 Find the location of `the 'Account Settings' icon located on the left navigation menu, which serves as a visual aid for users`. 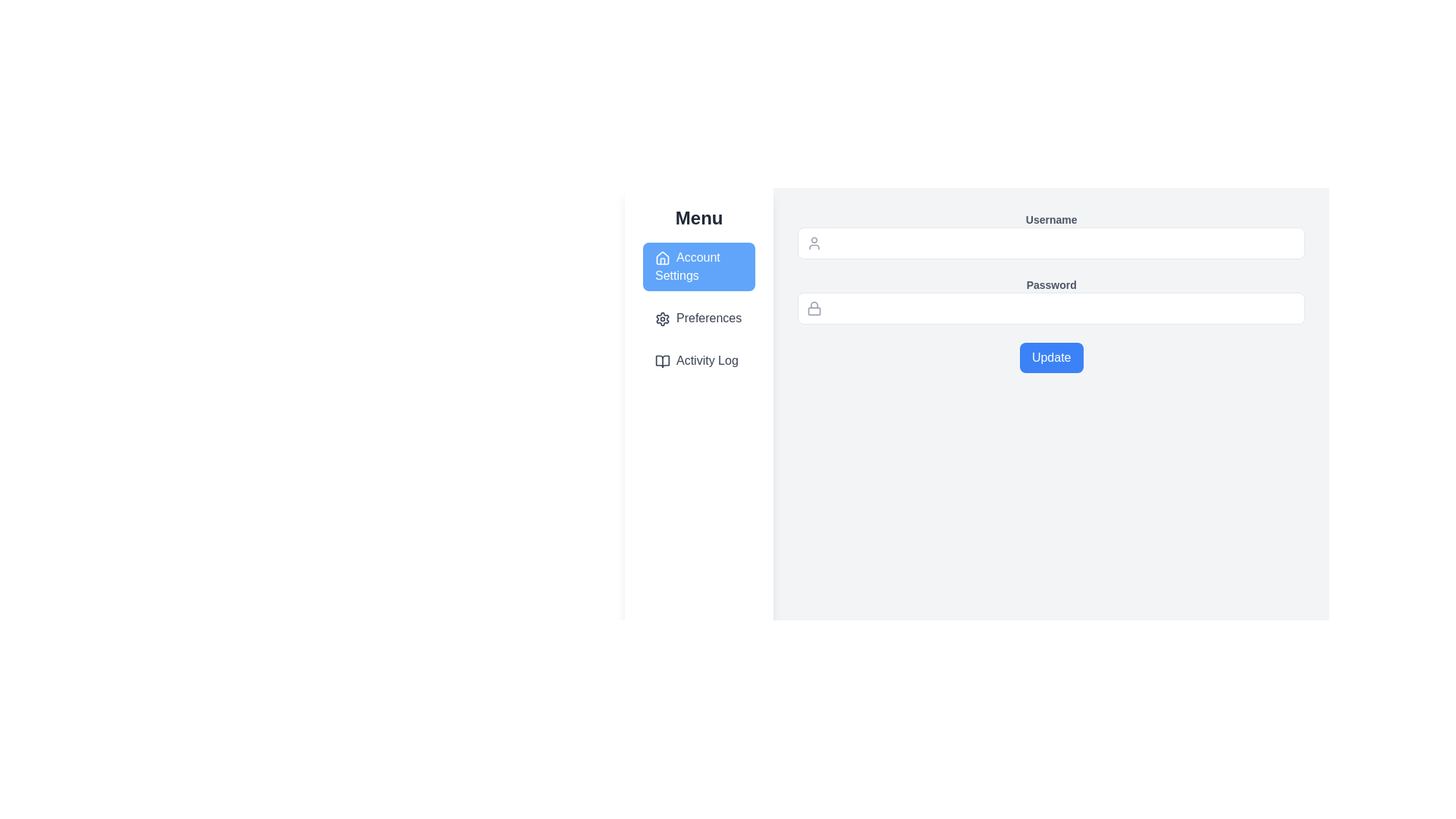

the 'Account Settings' icon located on the left navigation menu, which serves as a visual aid for users is located at coordinates (662, 256).